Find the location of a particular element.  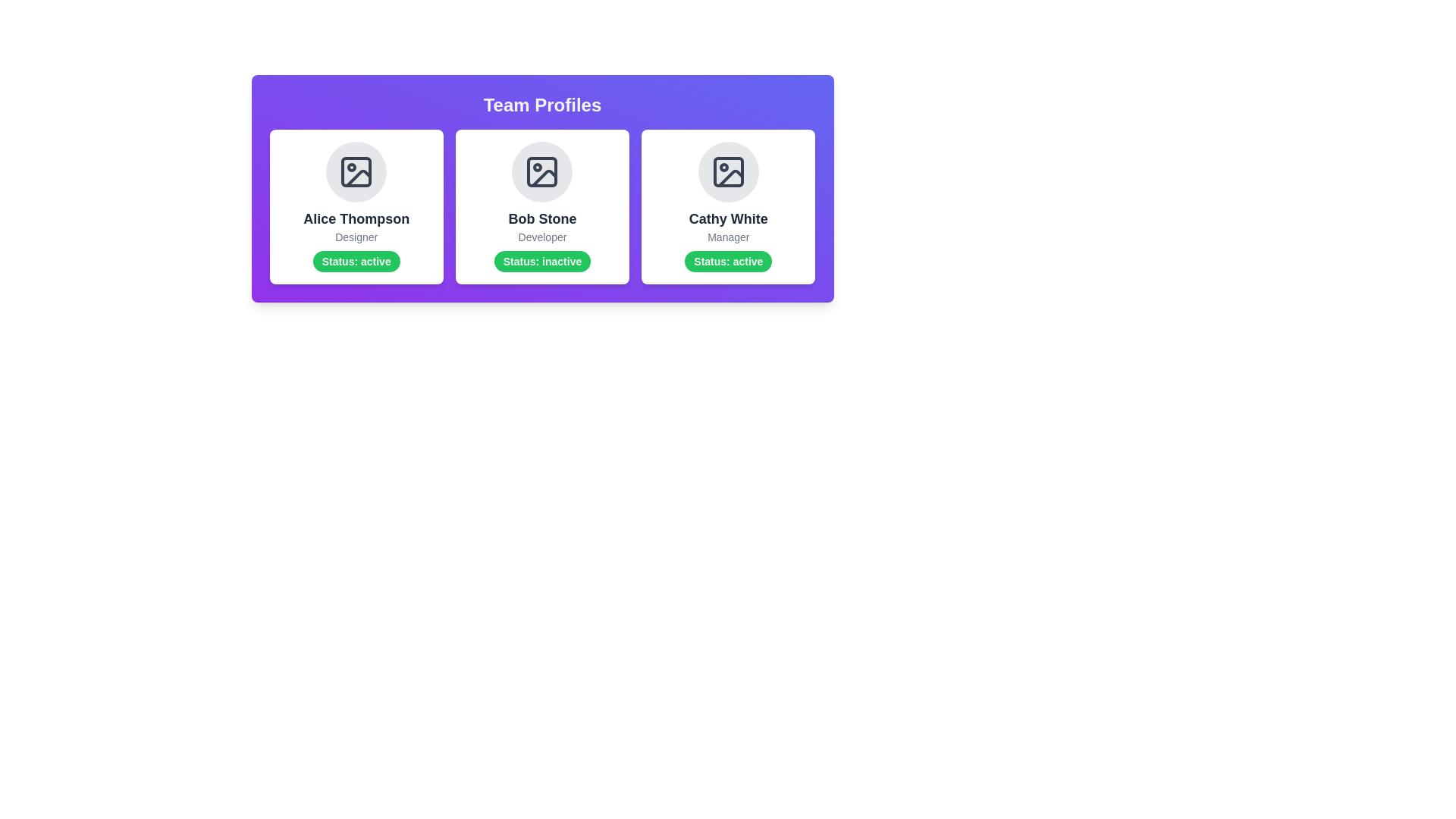

the static text display that shows the name of a team member, located in the center card of the 'Team Profiles' section, positioned below the circular avatar and above the role description 'Developer' is located at coordinates (542, 219).